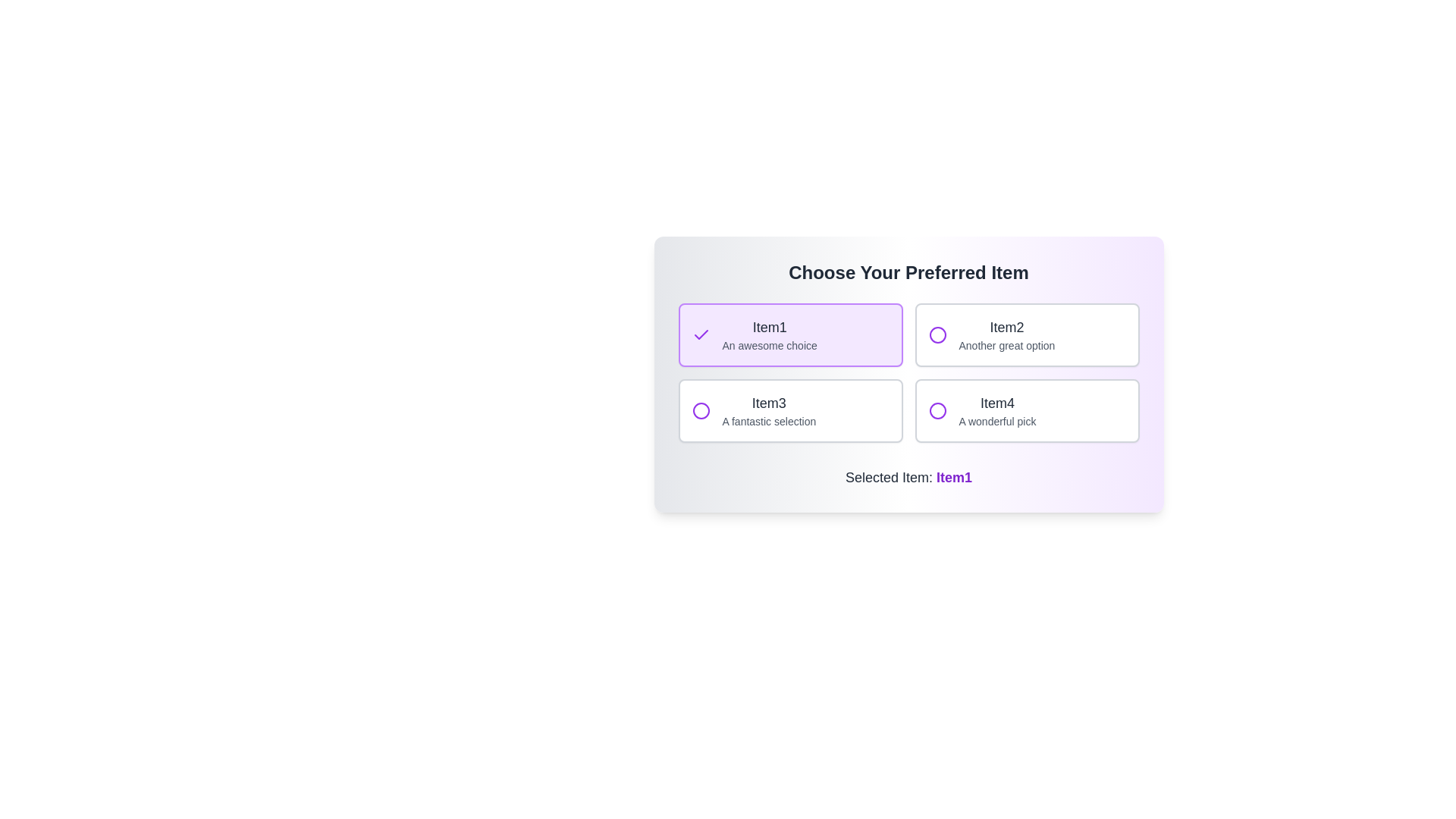 Image resolution: width=1456 pixels, height=819 pixels. I want to click on the visual indicator icon representing the selection state for 'Item2', located to the left of the text 'Item2' in the selectable options grid, so click(937, 334).